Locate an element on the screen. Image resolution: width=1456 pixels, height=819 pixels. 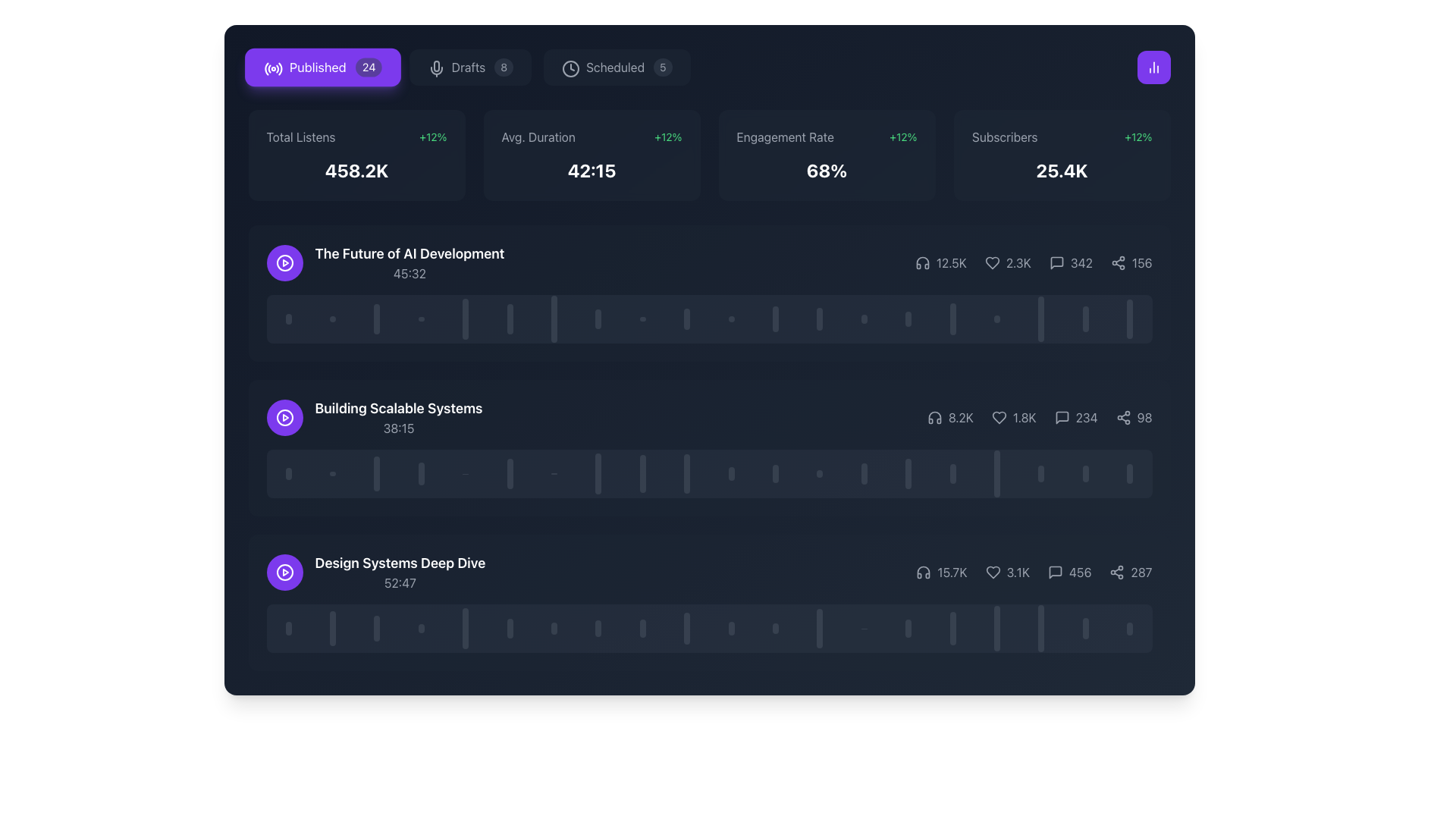
the graphical indicator or bar that represents data for 'The Future of AI Development', which is the third bar from the left in a horizontal group of similar vertical bars is located at coordinates (377, 318).